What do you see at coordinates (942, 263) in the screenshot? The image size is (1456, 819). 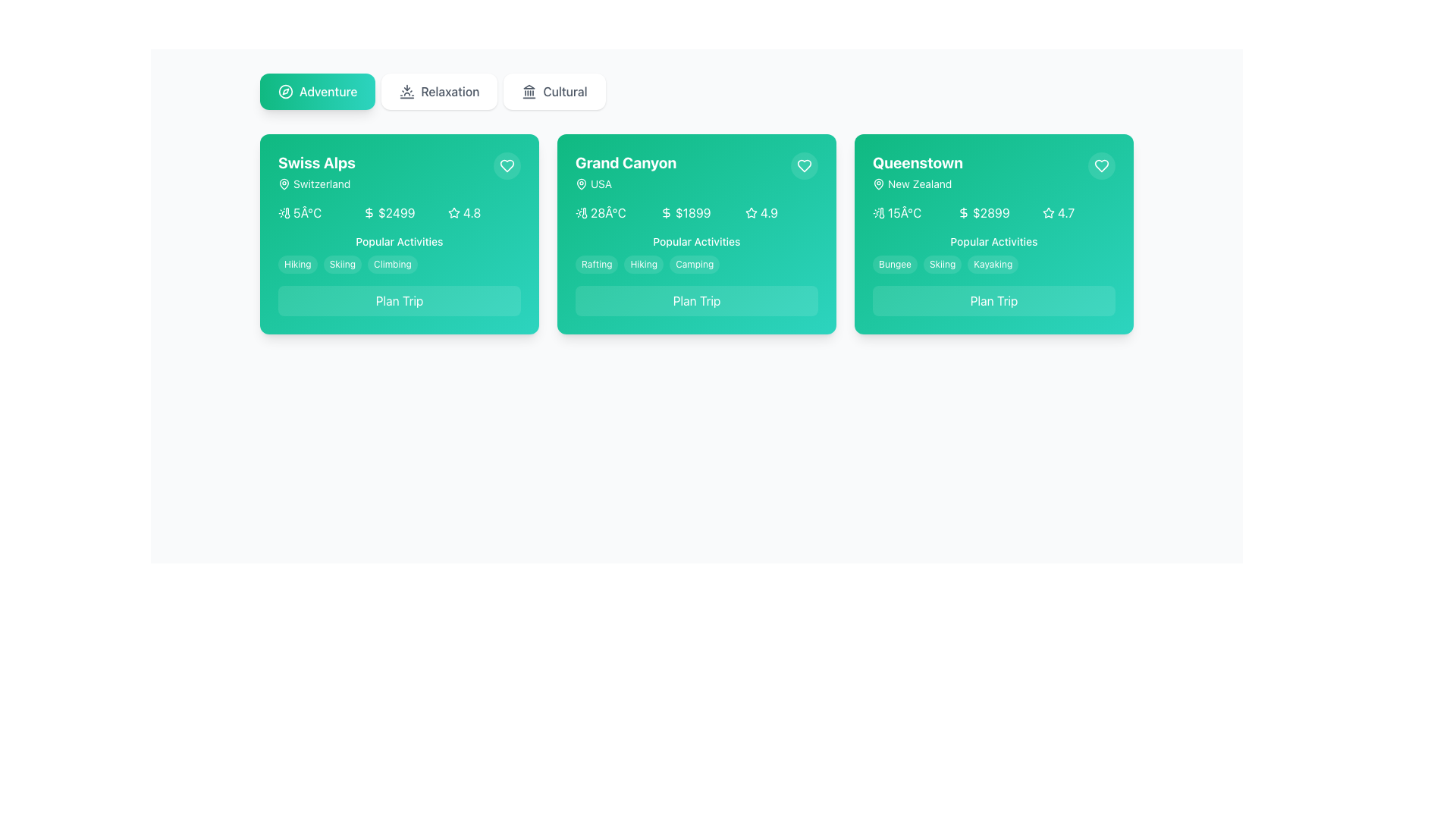 I see `the 'Skiing' label, which is the second label in a horizontal group of three within the 'Popular Activities' section of the 'Queenstown' card` at bounding box center [942, 263].